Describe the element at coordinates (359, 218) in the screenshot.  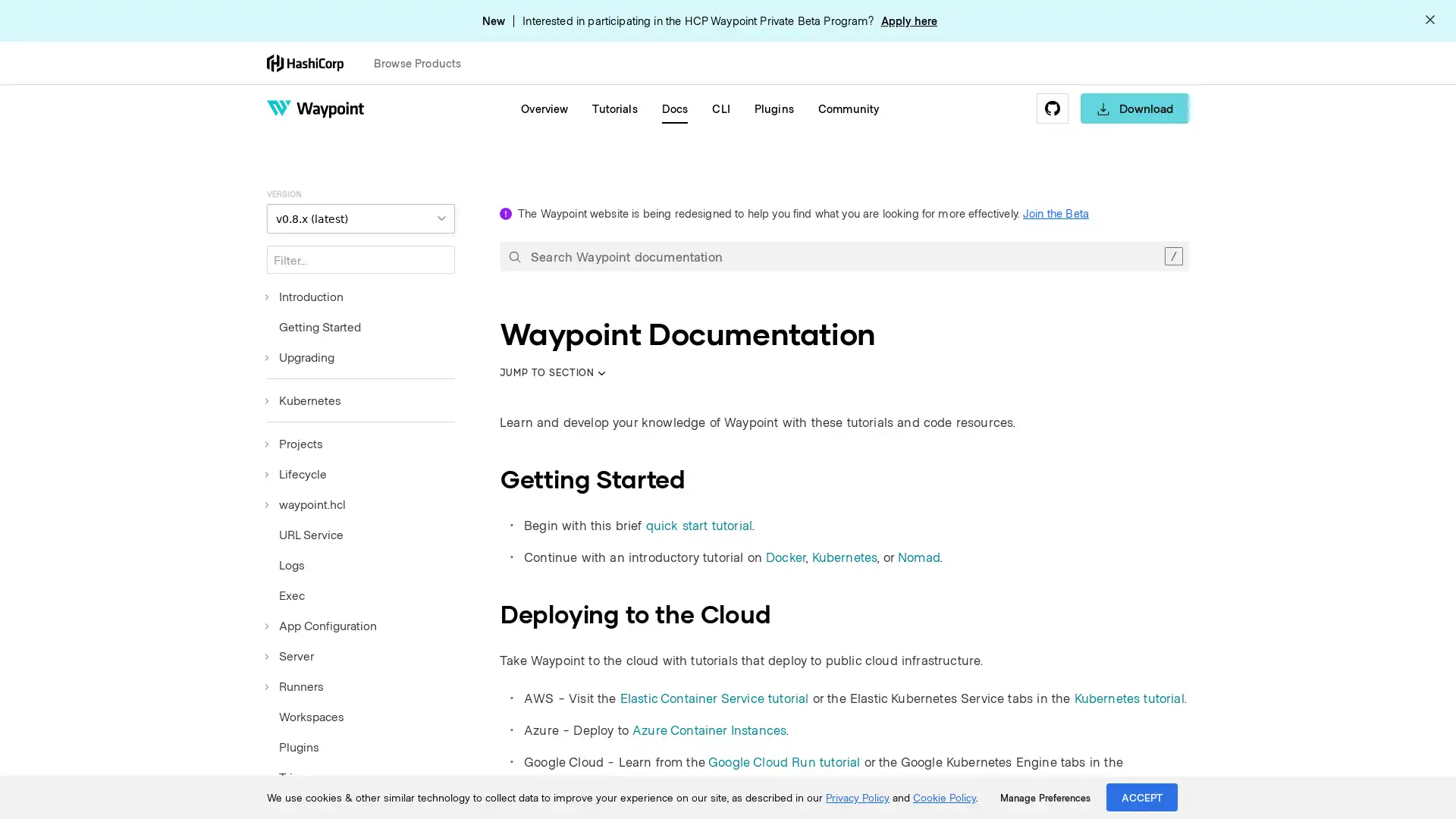
I see `VERSION` at that location.